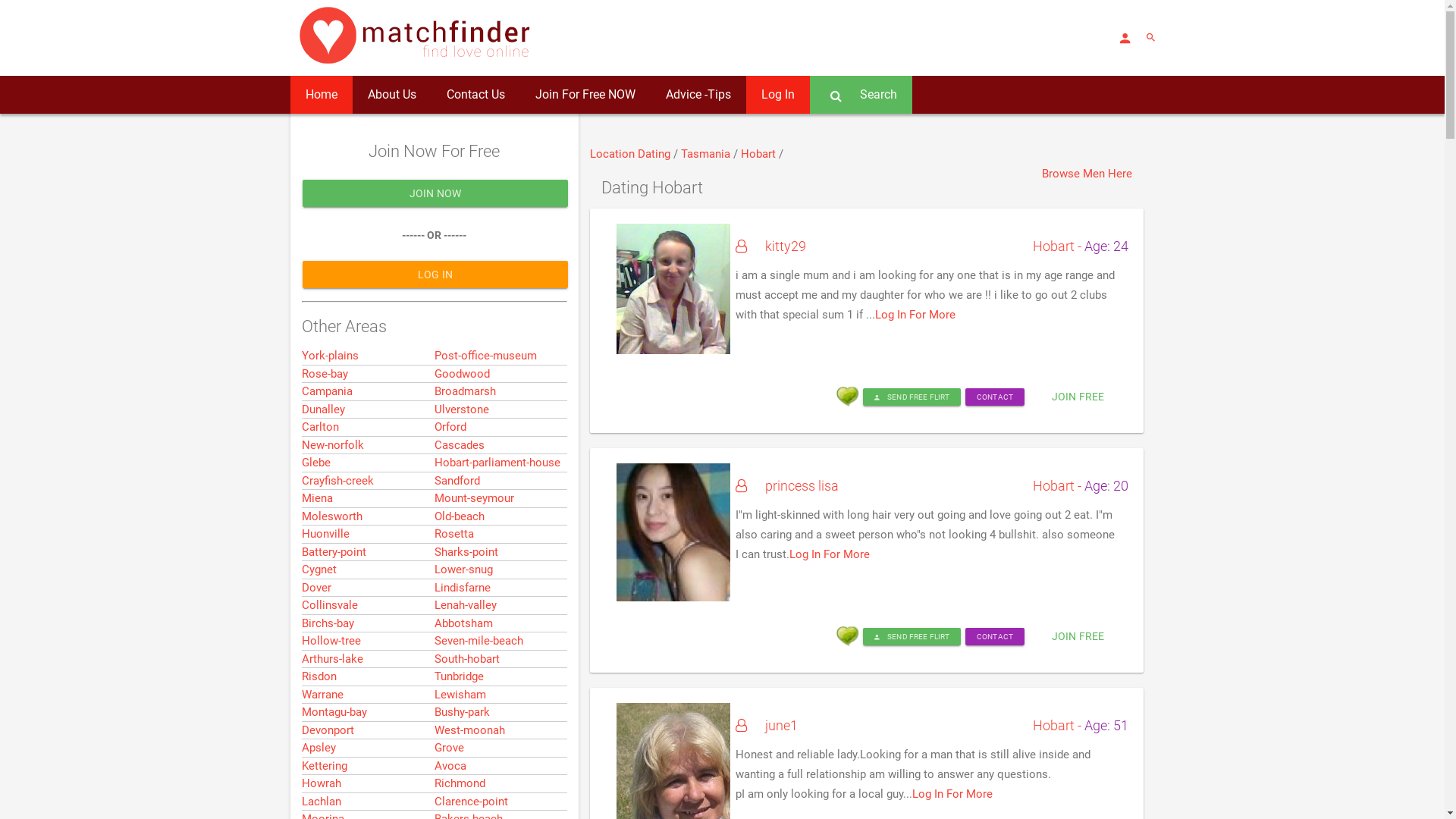 This screenshot has width=1456, height=819. I want to click on 'Tasmania', so click(706, 154).